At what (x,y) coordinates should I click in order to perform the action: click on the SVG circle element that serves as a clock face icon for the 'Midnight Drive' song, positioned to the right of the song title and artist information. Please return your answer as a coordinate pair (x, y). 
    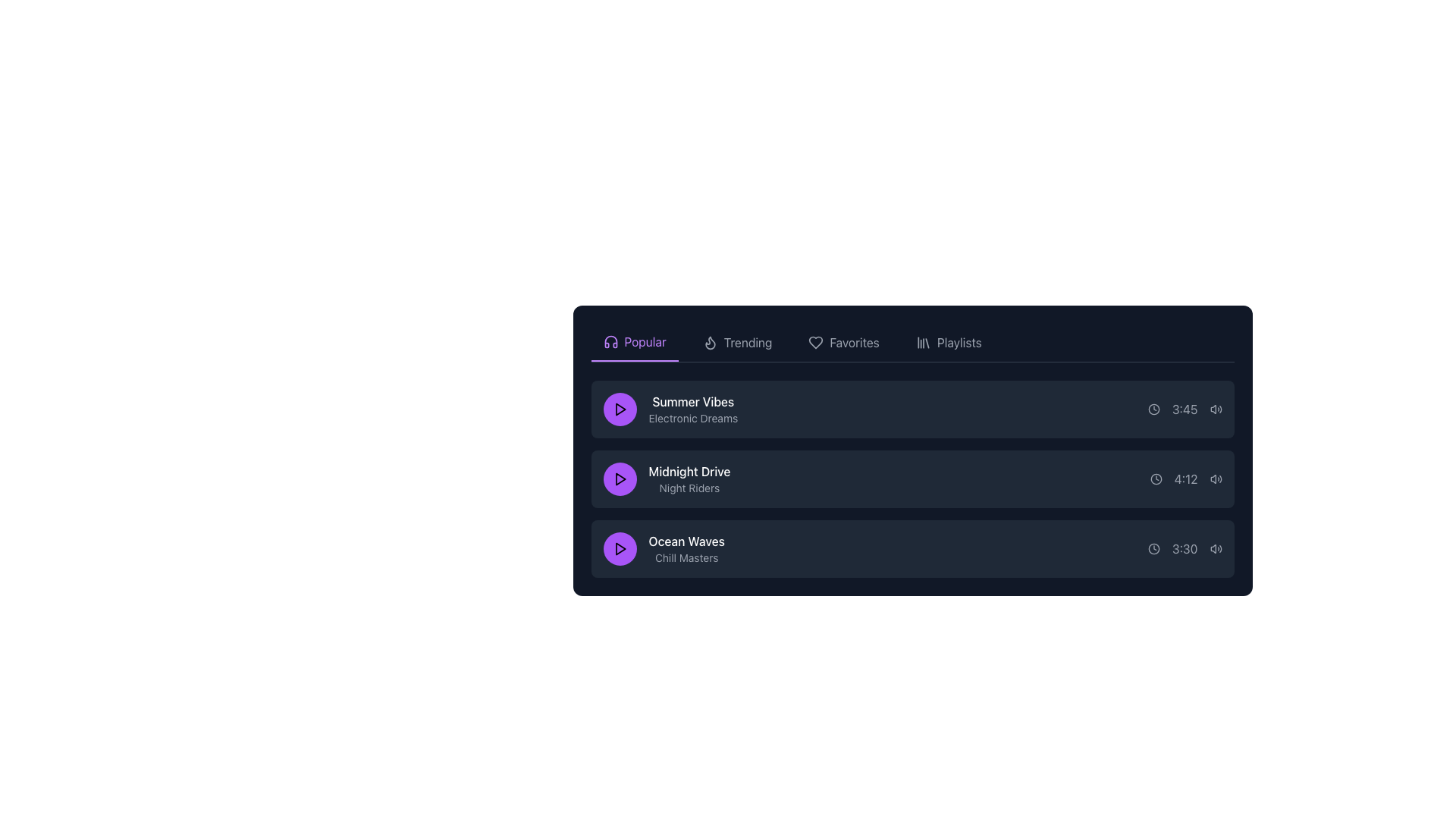
    Looking at the image, I should click on (1155, 479).